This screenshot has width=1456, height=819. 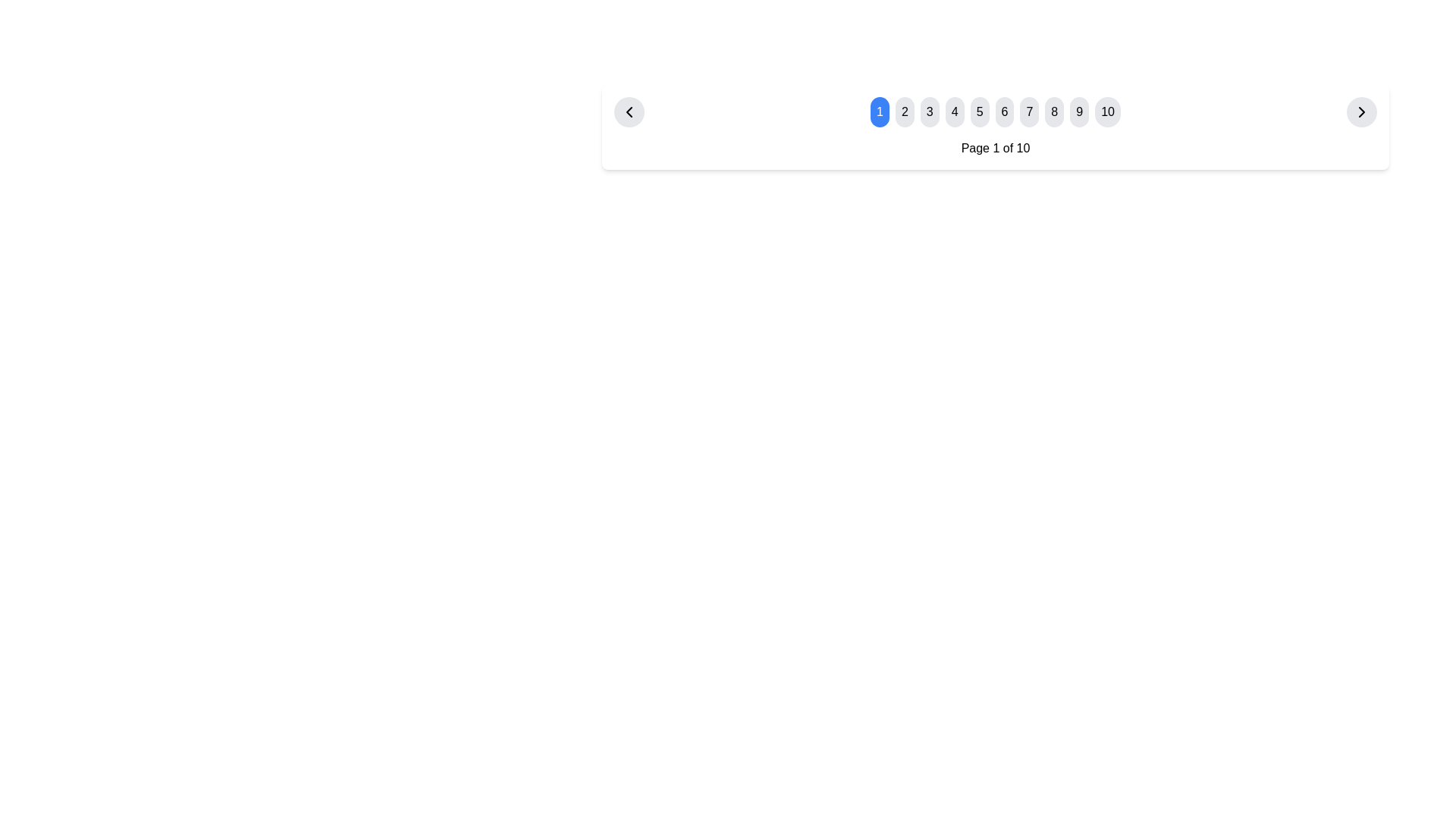 What do you see at coordinates (1004, 111) in the screenshot?
I see `the circular button labeled '6' with a light gray background` at bounding box center [1004, 111].